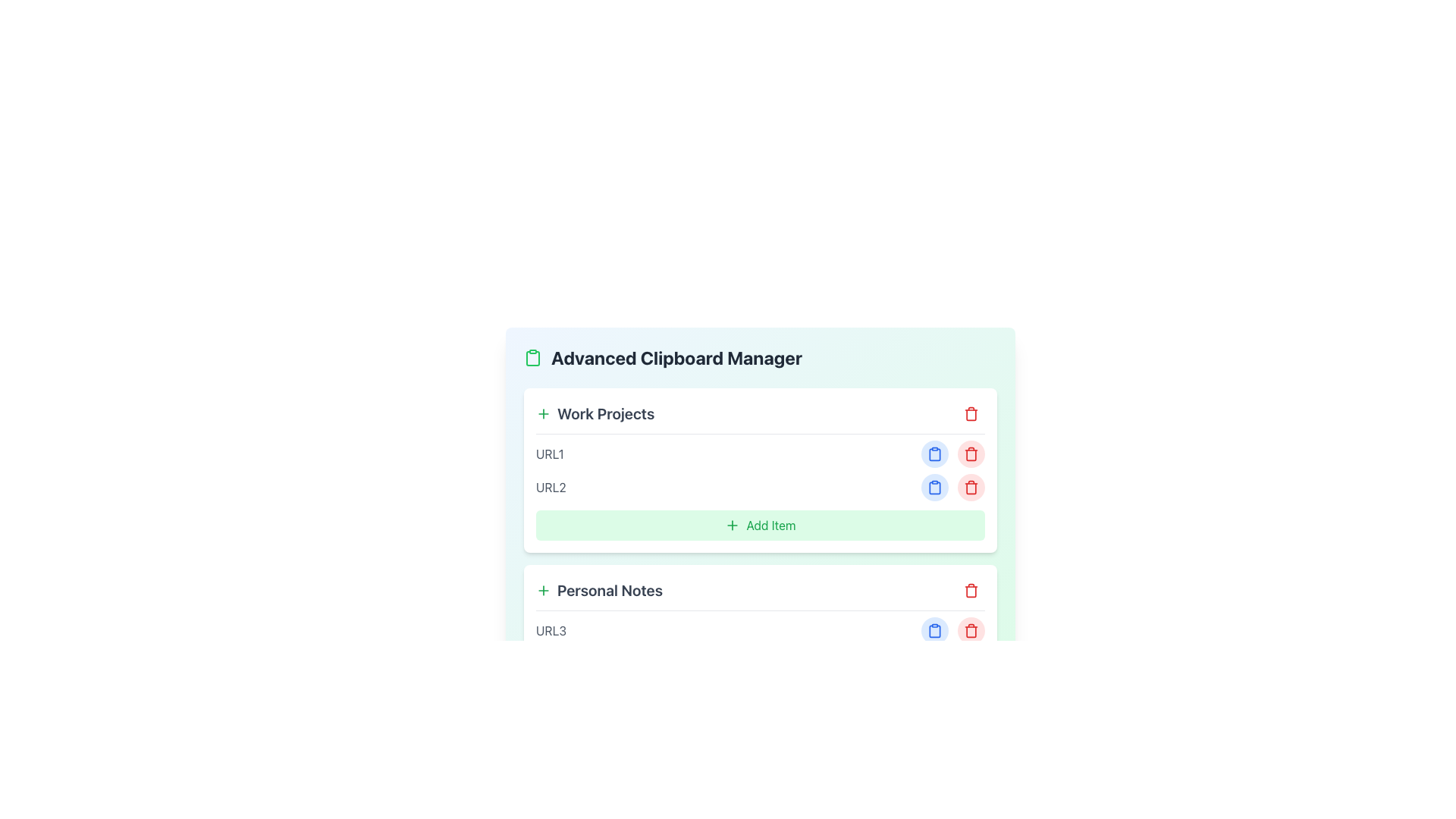 This screenshot has height=819, width=1456. Describe the element at coordinates (761, 525) in the screenshot. I see `the button that allows users to add a new item to the 'Work Projects' list, positioned at the bottom of the section, directly beneath the URL entries` at that location.